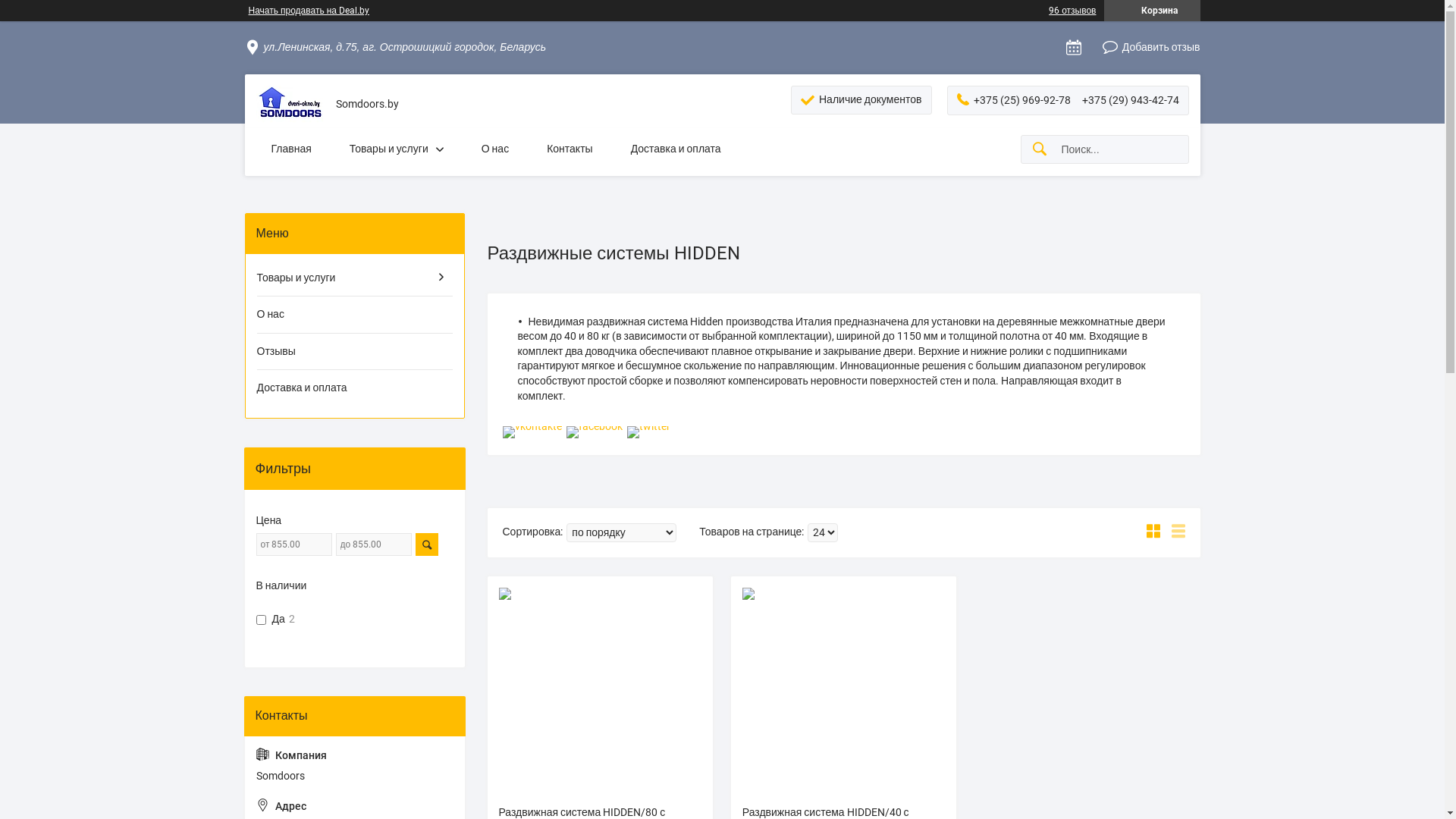  Describe the element at coordinates (648, 426) in the screenshot. I see `'twitter'` at that location.